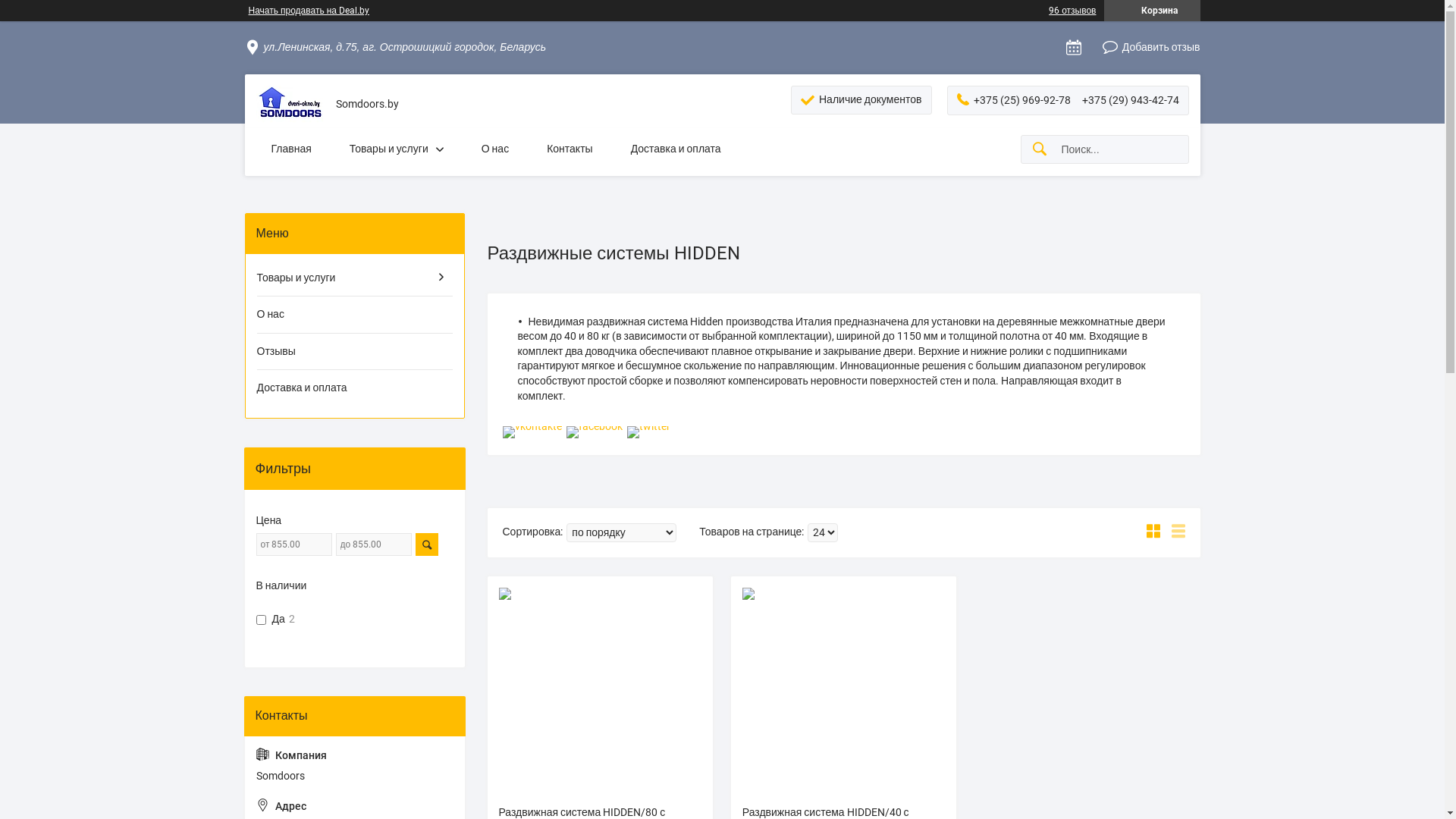  Describe the element at coordinates (648, 426) in the screenshot. I see `'twitter'` at that location.